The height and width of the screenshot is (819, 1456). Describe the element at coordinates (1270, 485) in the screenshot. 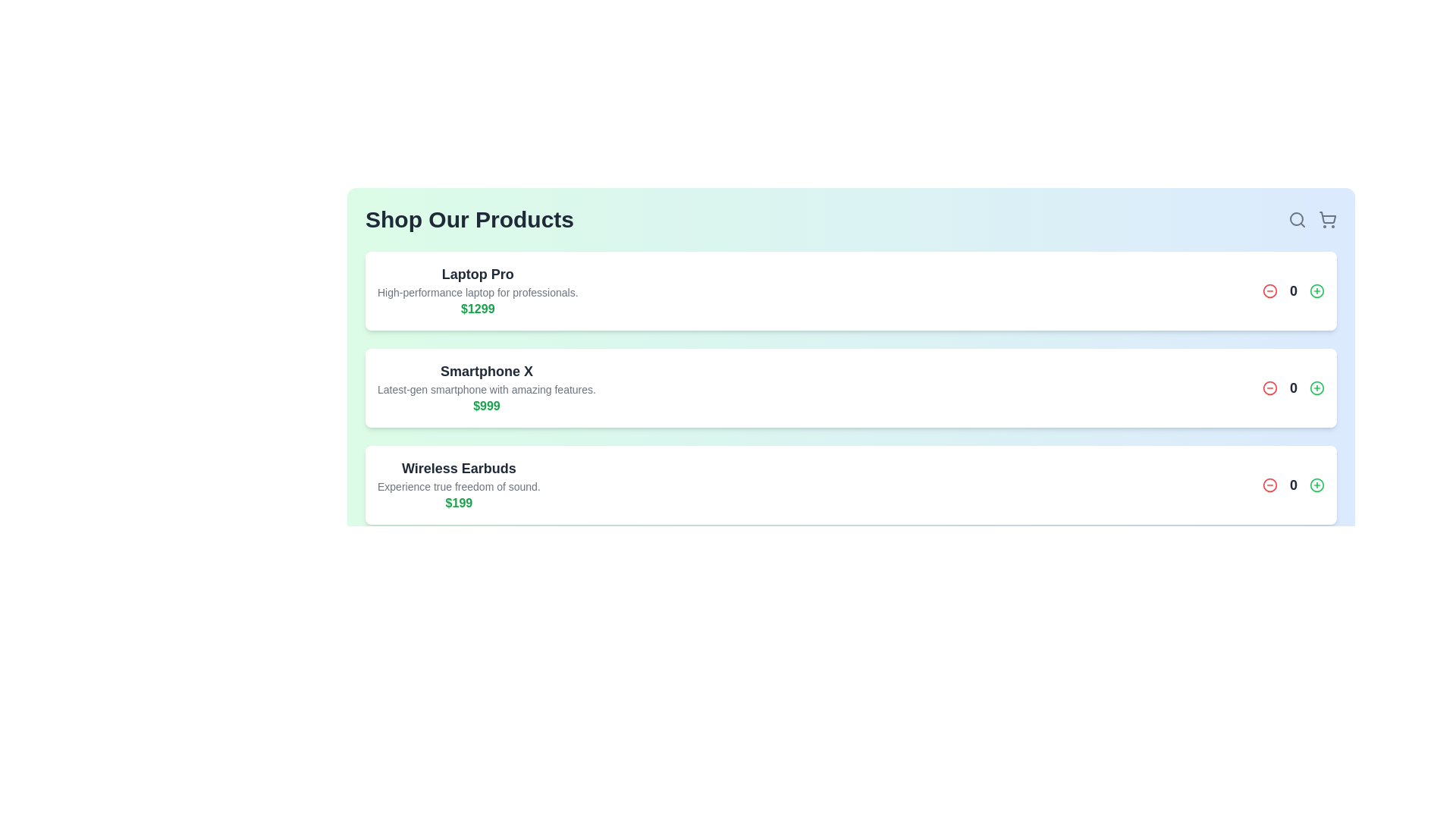

I see `the minus button for the product with title Wireless Earbuds` at that location.